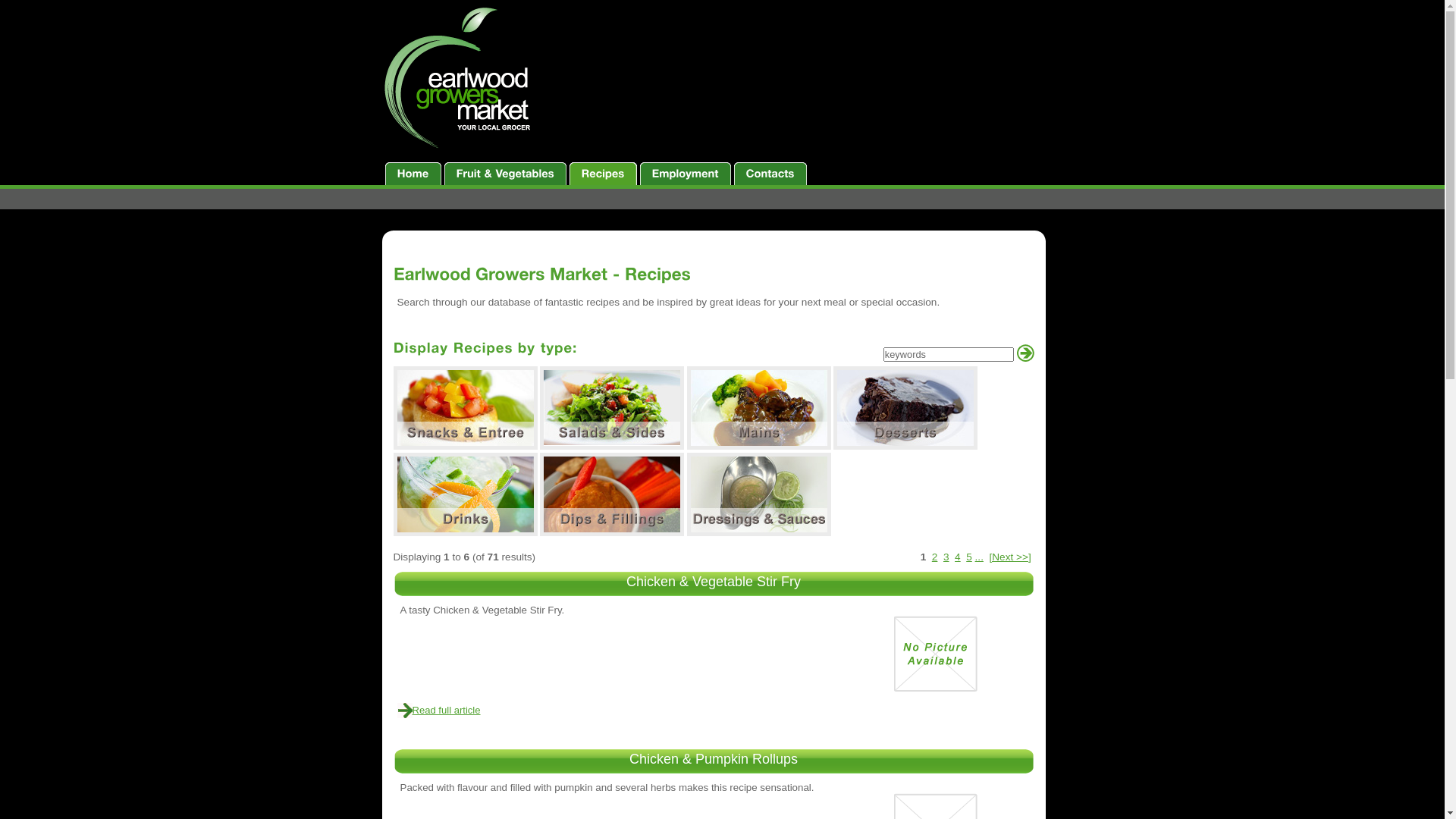 The image size is (1456, 819). What do you see at coordinates (1009, 557) in the screenshot?
I see `'[Next >>]'` at bounding box center [1009, 557].